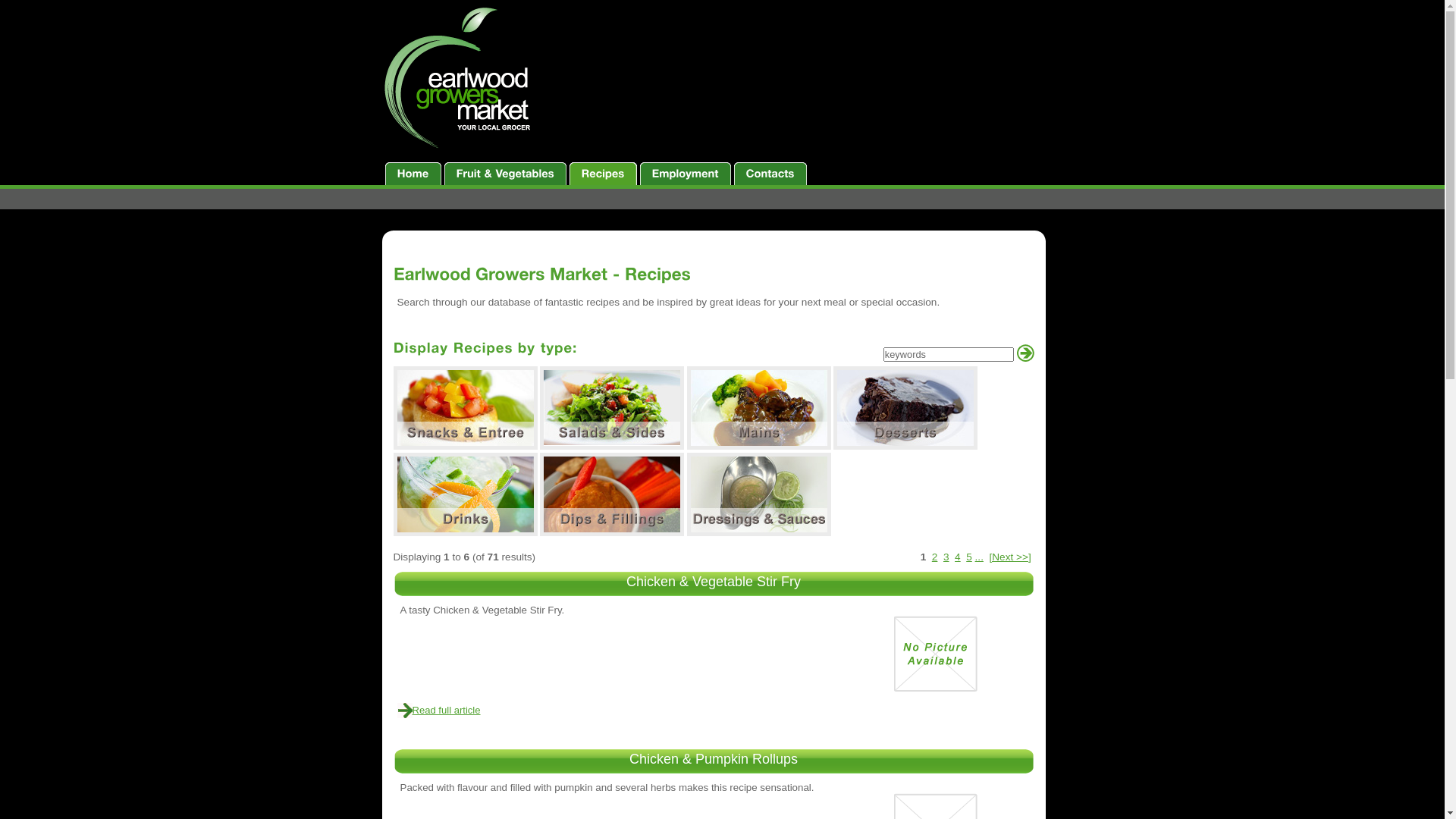 The image size is (1456, 819). What do you see at coordinates (1009, 557) in the screenshot?
I see `'[Next >>]'` at bounding box center [1009, 557].